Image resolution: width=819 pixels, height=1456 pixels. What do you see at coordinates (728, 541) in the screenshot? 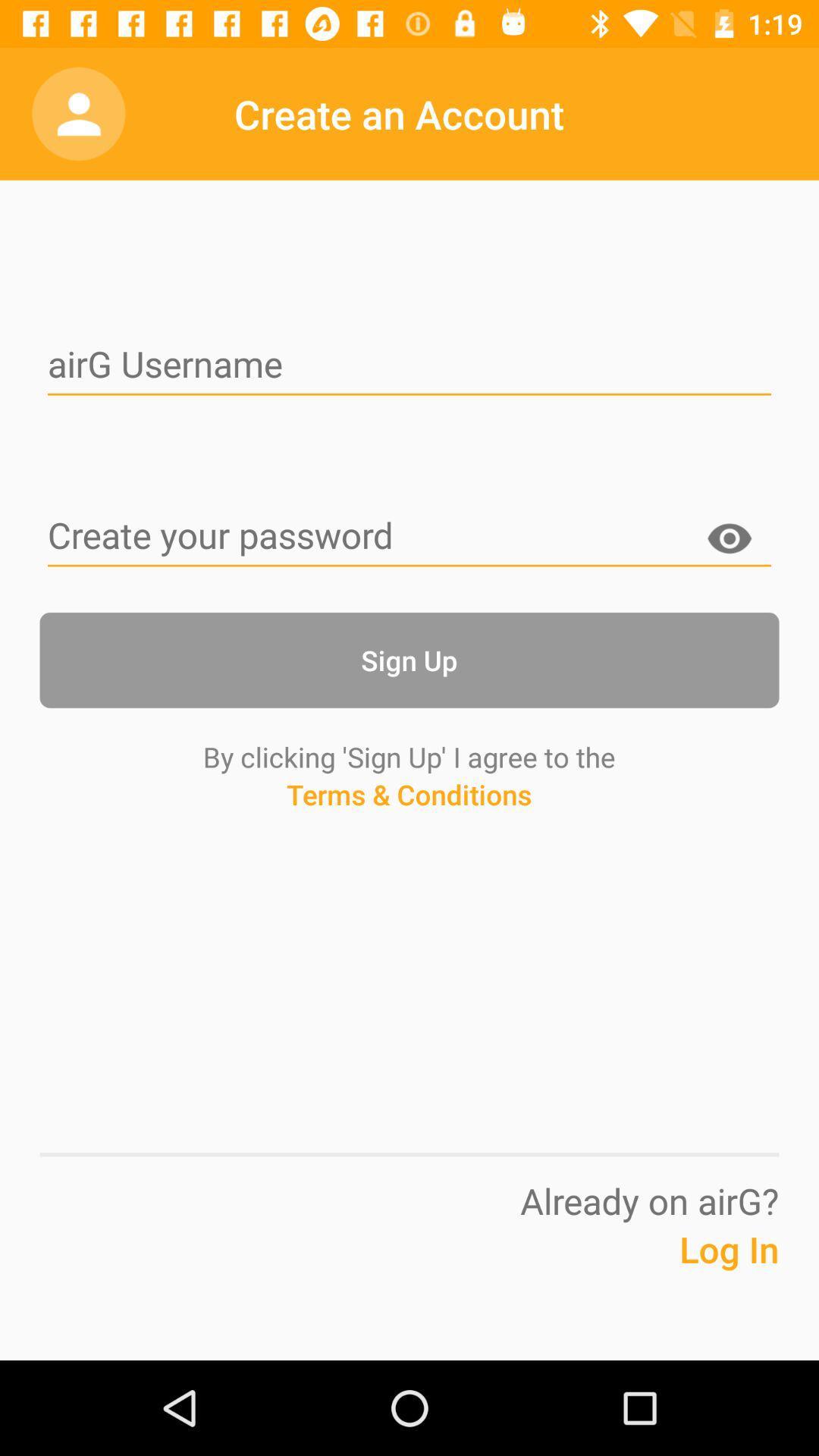
I see `show/hide password` at bounding box center [728, 541].